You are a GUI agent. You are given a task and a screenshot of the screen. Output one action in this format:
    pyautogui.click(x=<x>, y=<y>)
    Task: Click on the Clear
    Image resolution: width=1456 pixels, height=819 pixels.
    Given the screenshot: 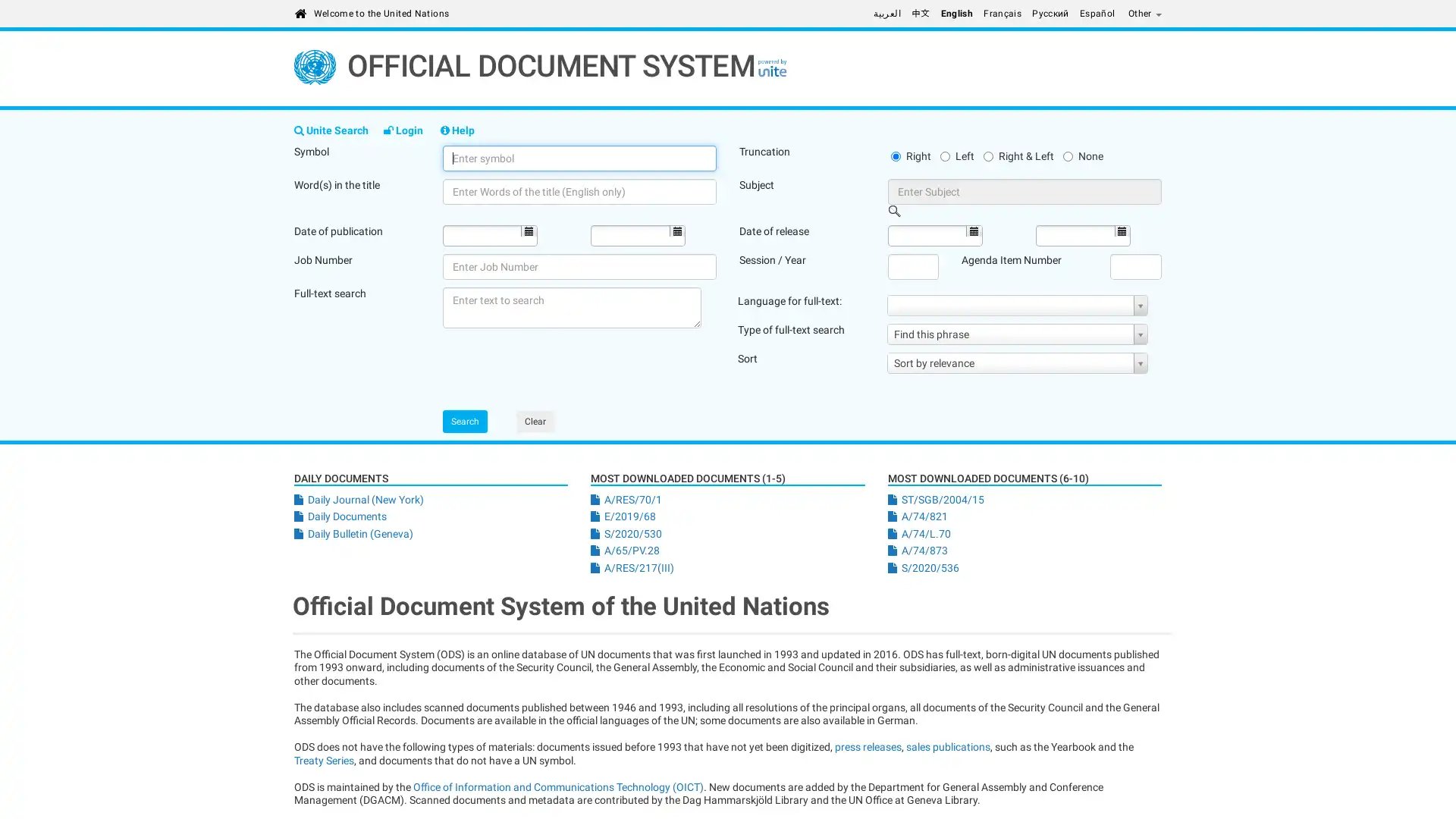 What is the action you would take?
    pyautogui.click(x=535, y=421)
    